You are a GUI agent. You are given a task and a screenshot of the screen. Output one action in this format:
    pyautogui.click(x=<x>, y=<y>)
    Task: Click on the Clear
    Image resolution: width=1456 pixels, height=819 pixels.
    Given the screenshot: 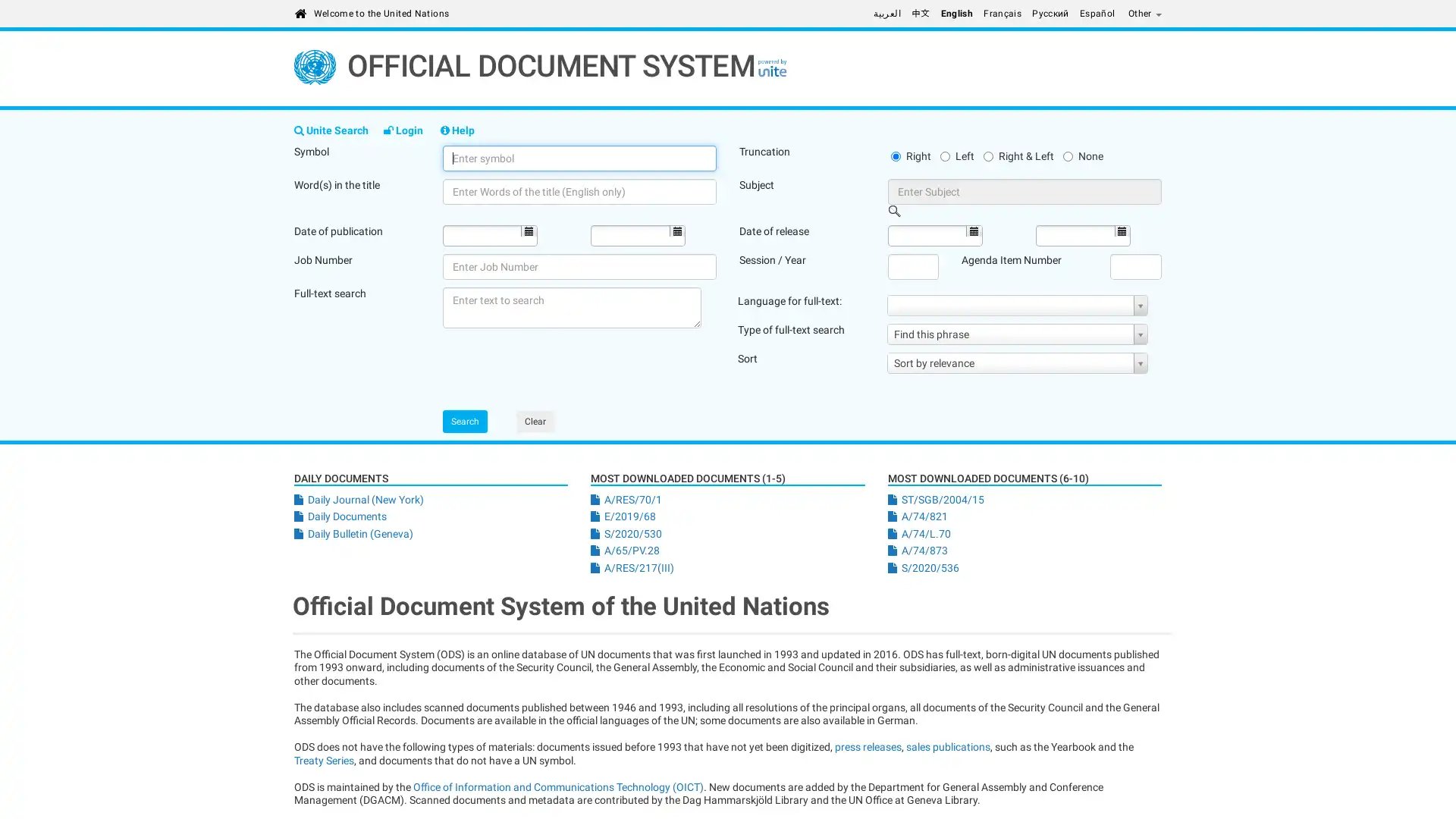 What is the action you would take?
    pyautogui.click(x=535, y=421)
    